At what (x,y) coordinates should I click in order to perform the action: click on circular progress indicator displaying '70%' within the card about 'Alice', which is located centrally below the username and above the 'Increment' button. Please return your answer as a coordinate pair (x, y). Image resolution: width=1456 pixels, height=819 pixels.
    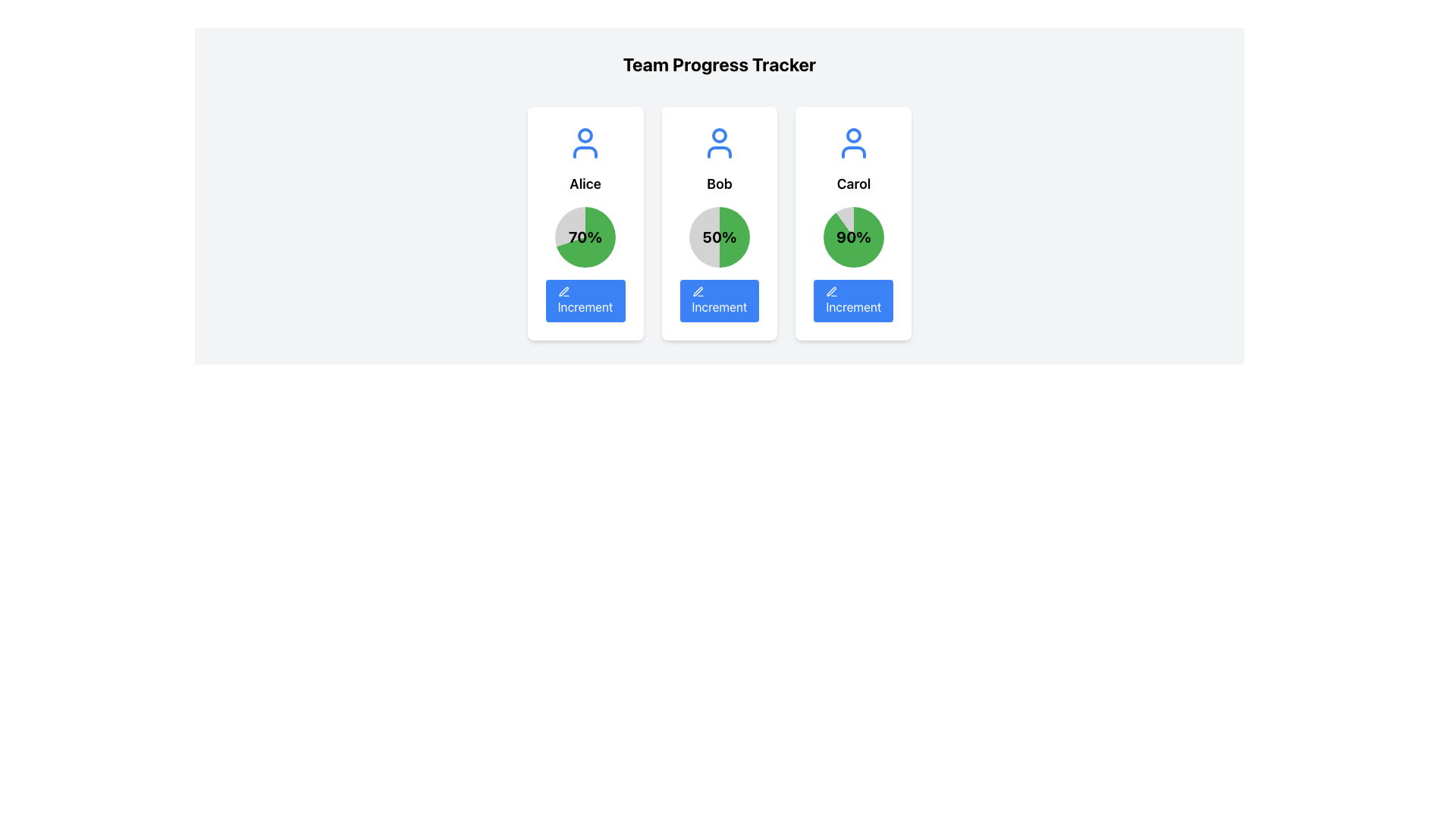
    Looking at the image, I should click on (585, 237).